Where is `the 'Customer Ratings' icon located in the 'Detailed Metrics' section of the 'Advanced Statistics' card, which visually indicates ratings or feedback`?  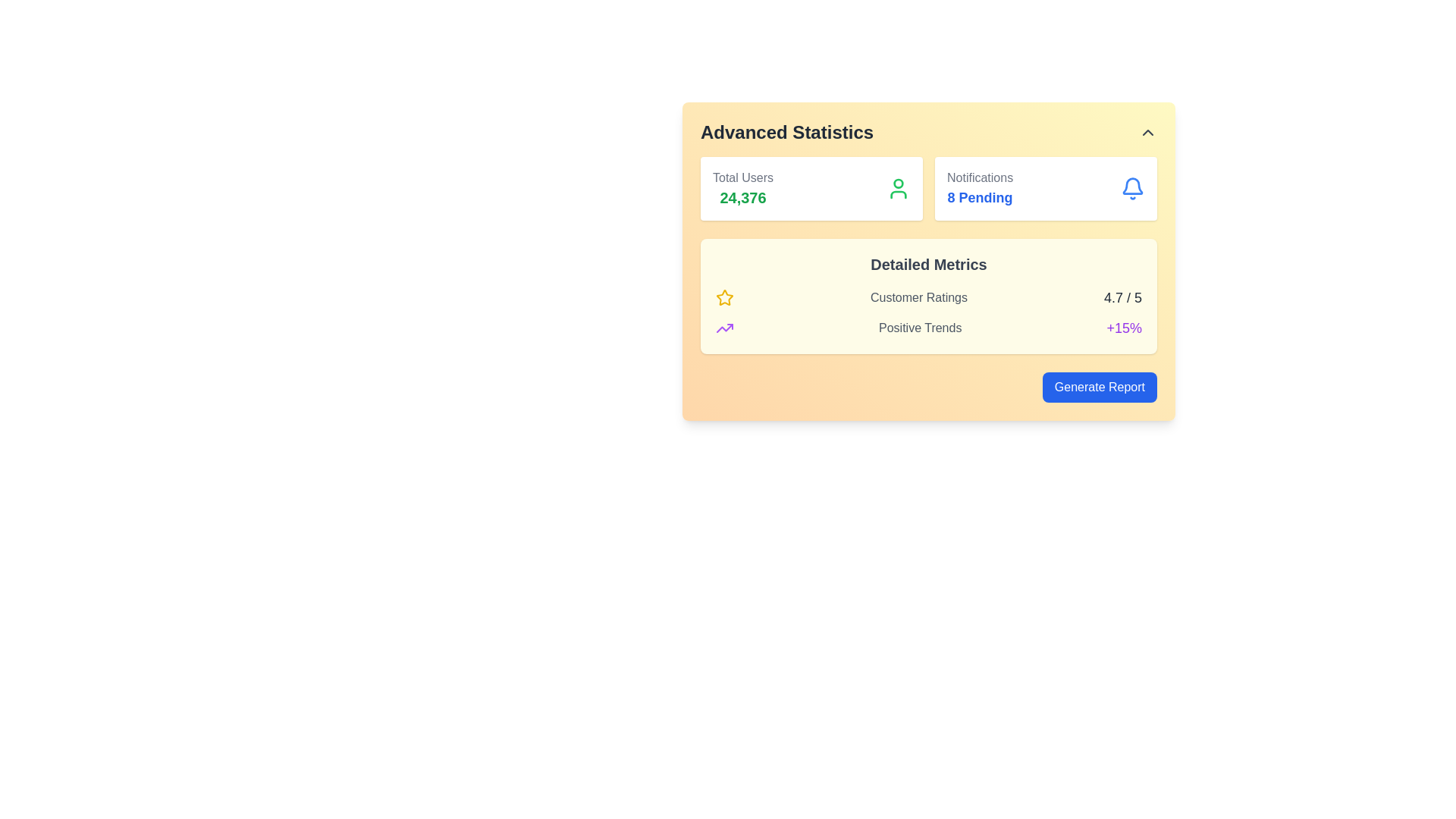
the 'Customer Ratings' icon located in the 'Detailed Metrics' section of the 'Advanced Statistics' card, which visually indicates ratings or feedback is located at coordinates (723, 298).